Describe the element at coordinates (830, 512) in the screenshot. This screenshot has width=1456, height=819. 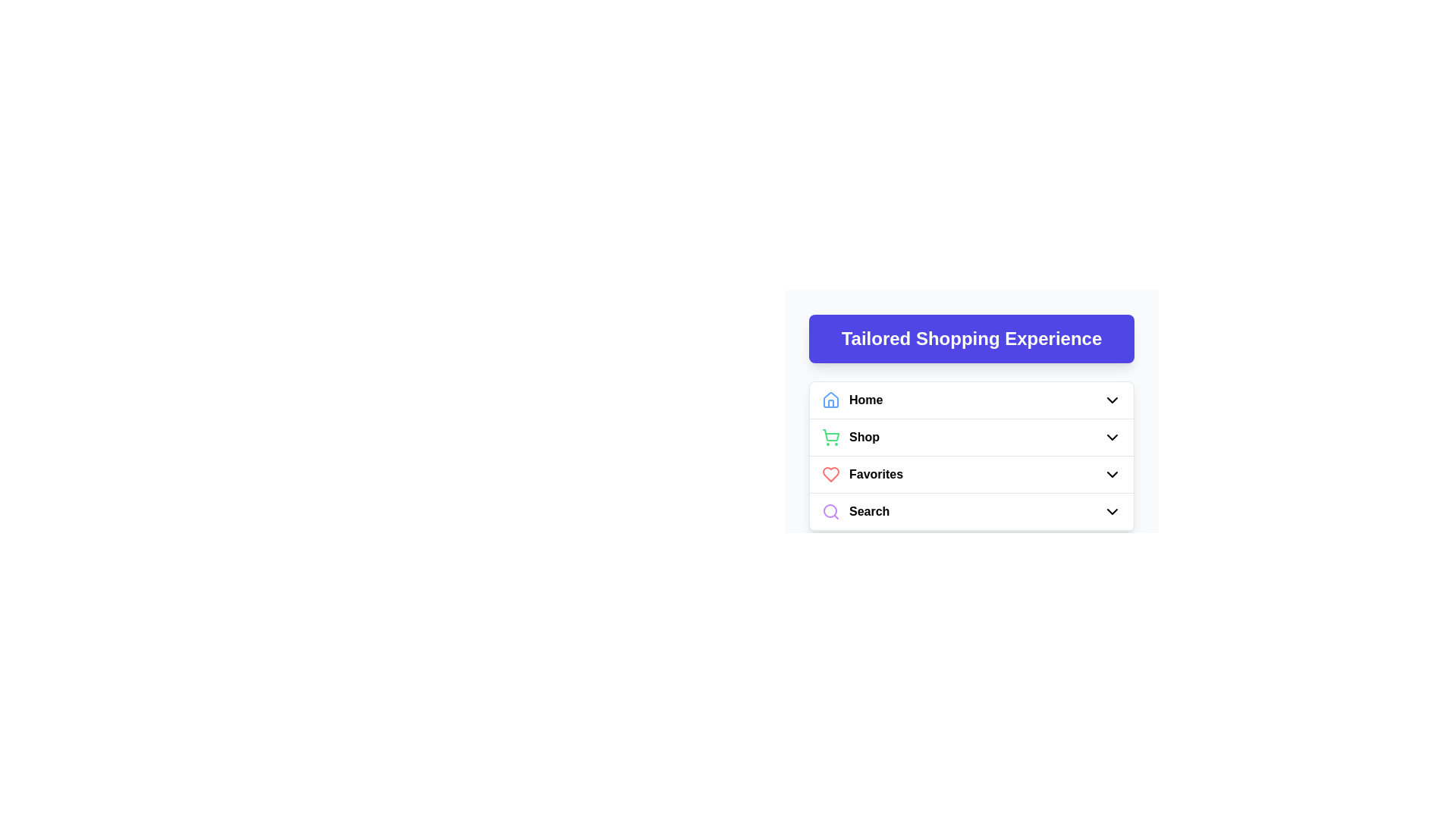
I see `the purple search icon, which is a magnifying glass outline, to initiate the search` at that location.